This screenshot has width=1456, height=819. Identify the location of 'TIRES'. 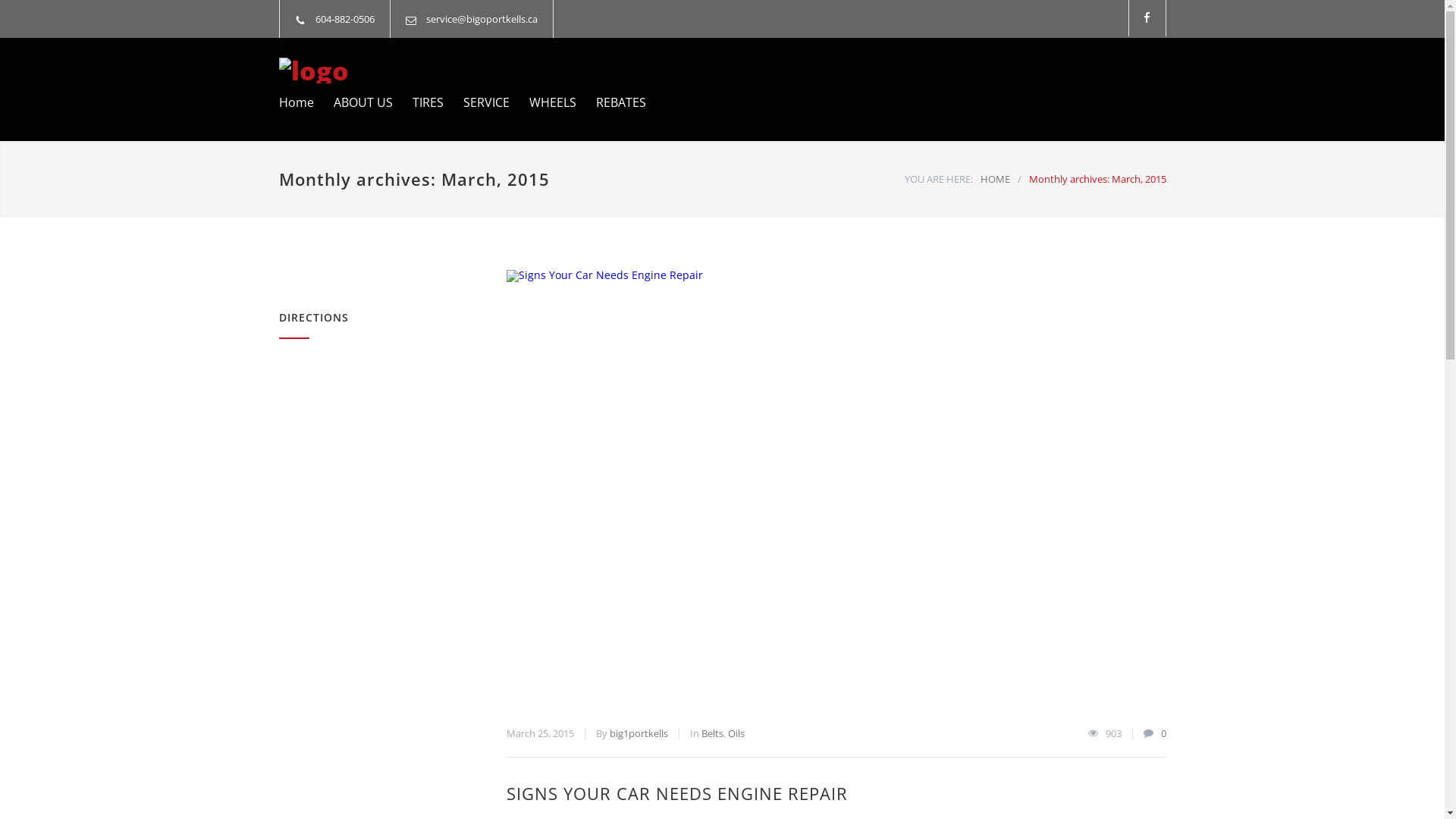
(393, 102).